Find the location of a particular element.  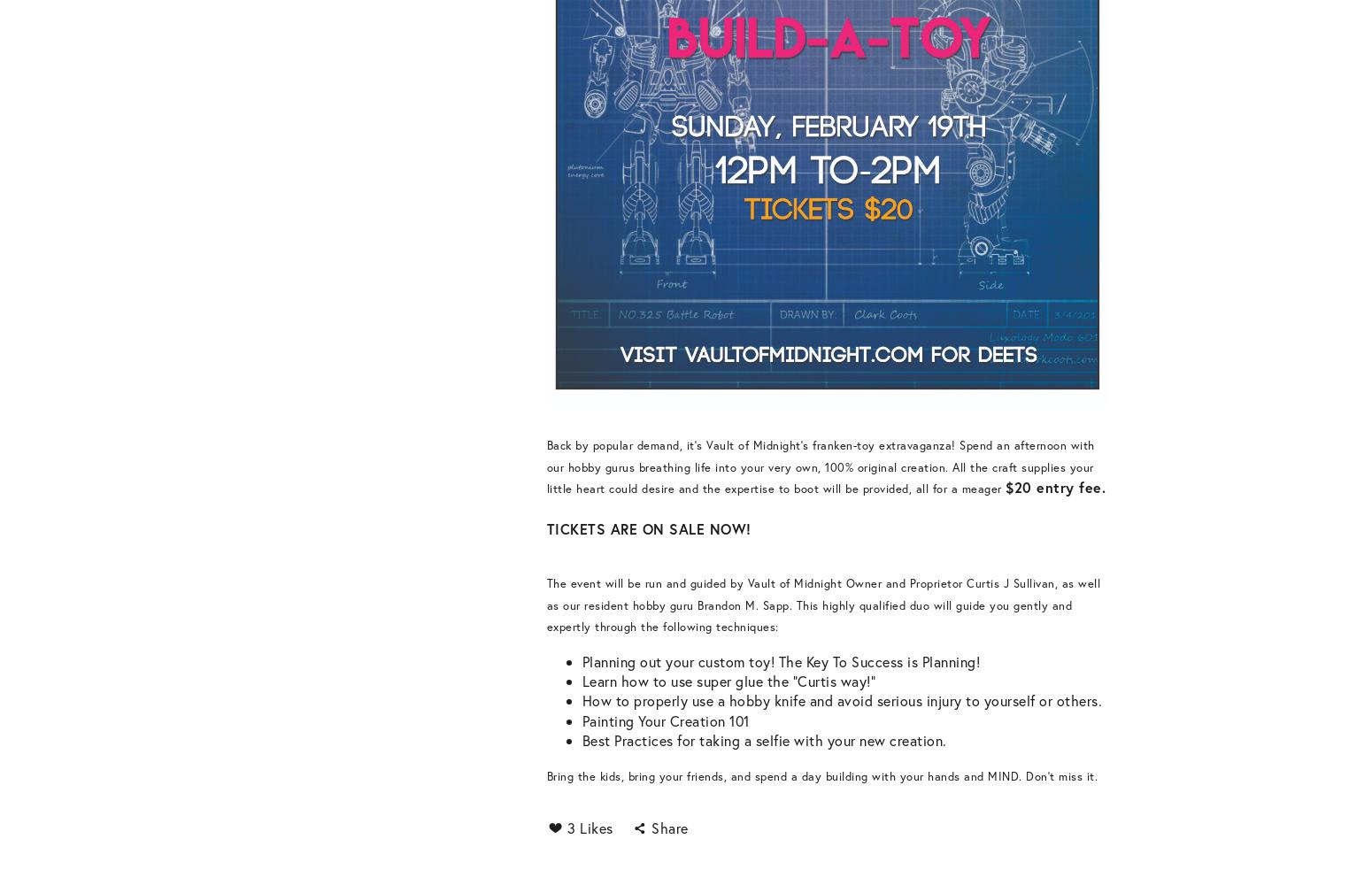

'$20 entry fee.' is located at coordinates (1055, 486).